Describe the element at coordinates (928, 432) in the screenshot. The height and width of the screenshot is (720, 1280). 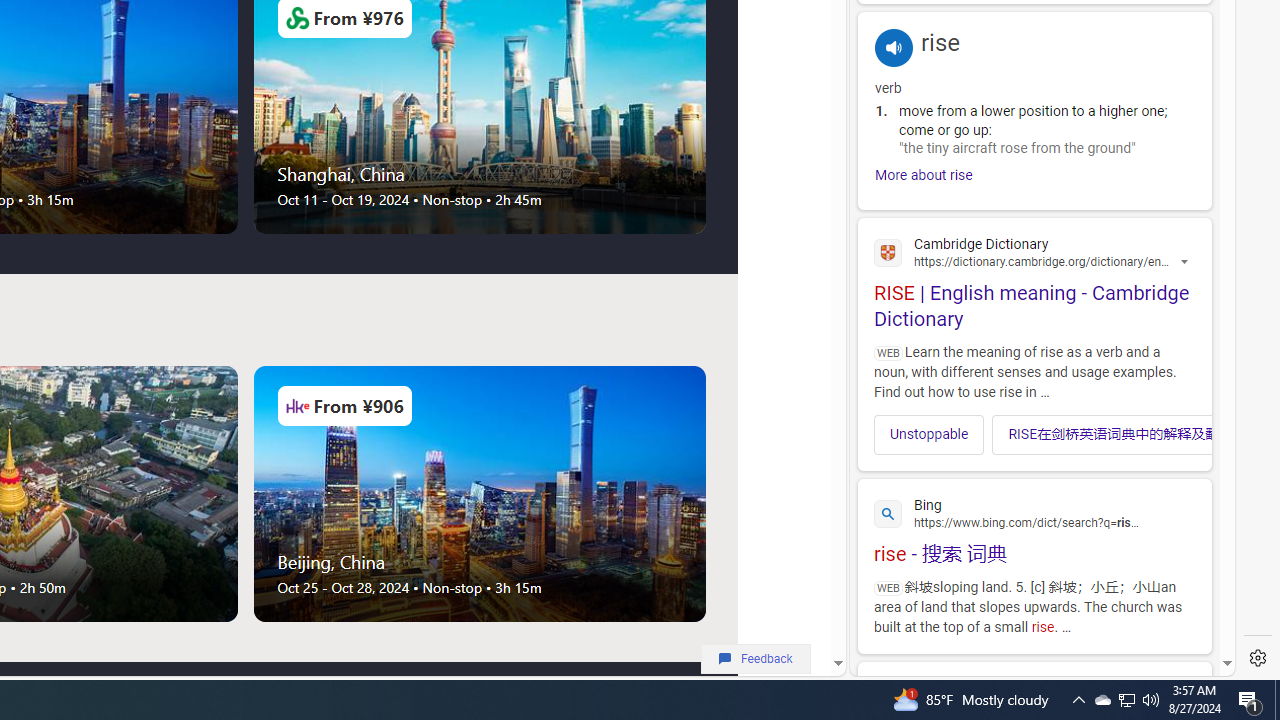
I see `'Unstoppable'` at that location.